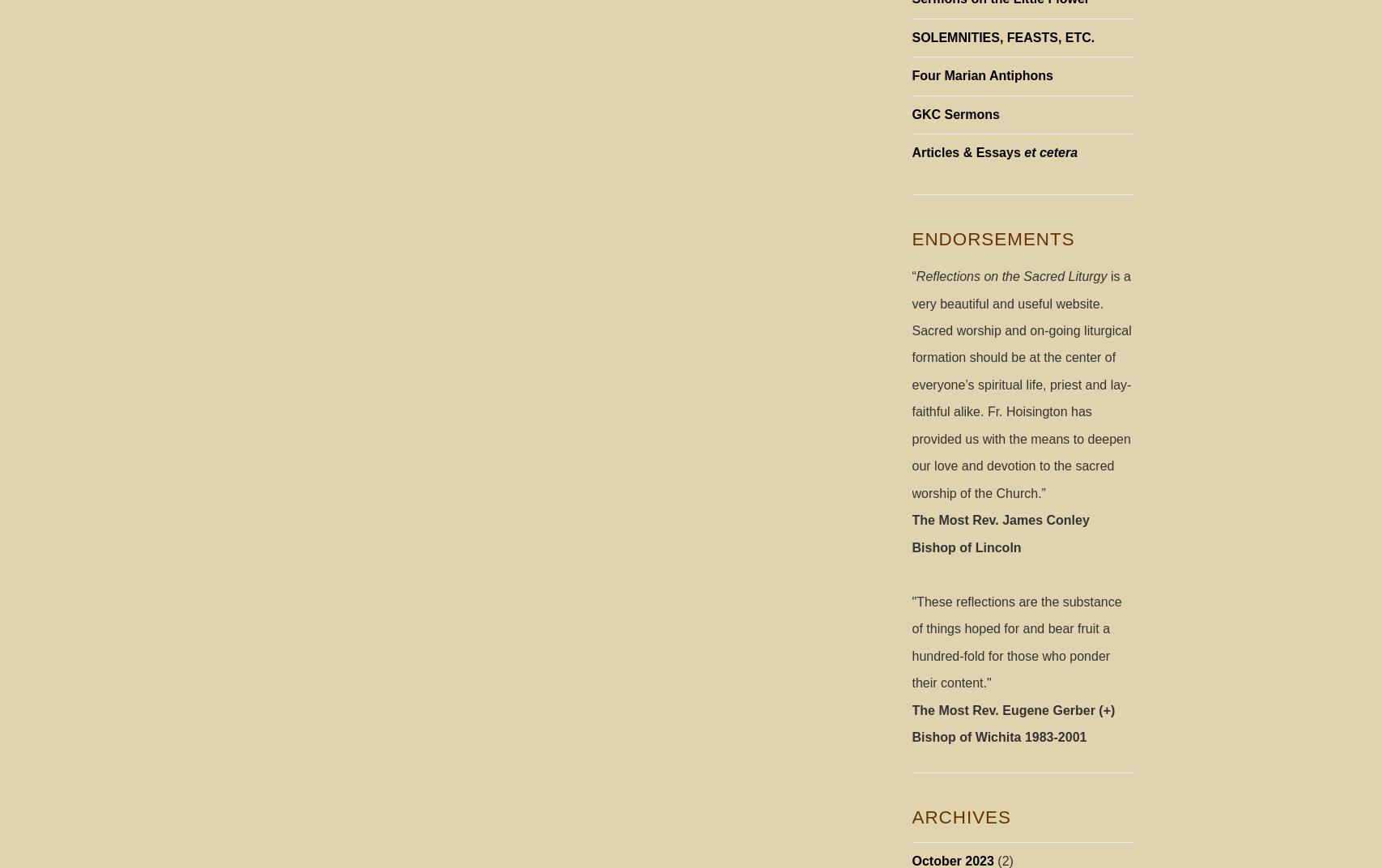 The height and width of the screenshot is (868, 1382). Describe the element at coordinates (1012, 709) in the screenshot. I see `'The Most Rev. Eugene Gerber (+)'` at that location.